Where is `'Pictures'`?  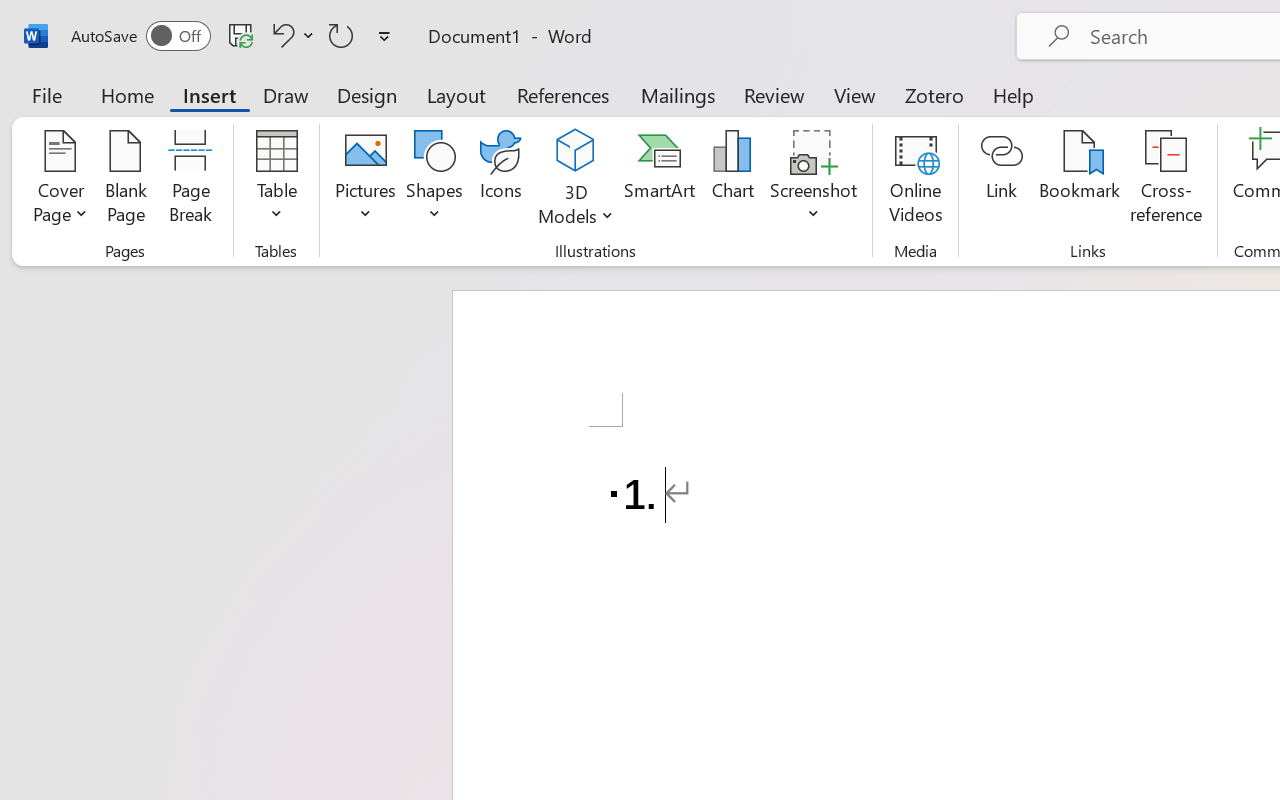 'Pictures' is located at coordinates (365, 179).